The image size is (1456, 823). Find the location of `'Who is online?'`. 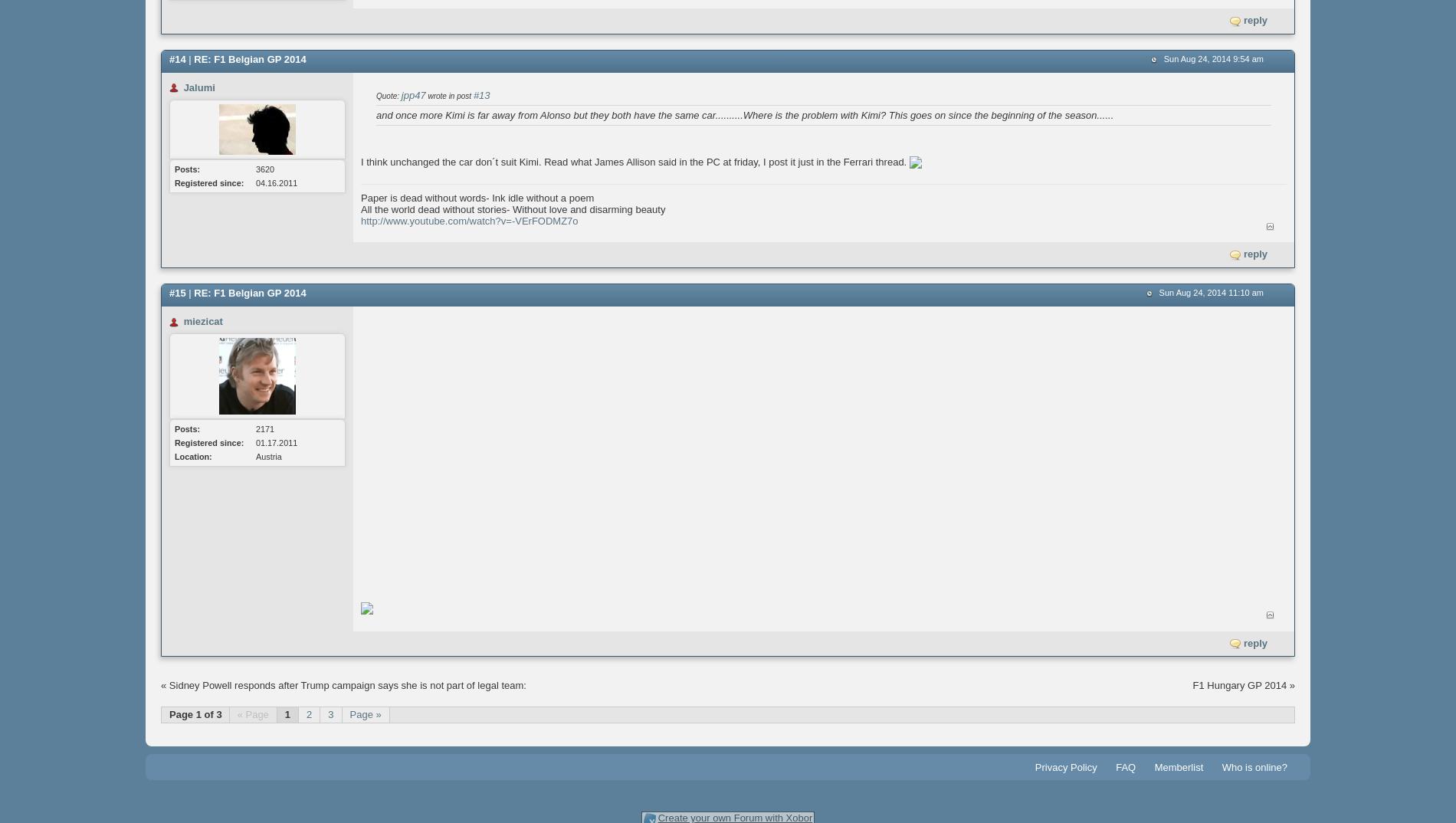

'Who is online?' is located at coordinates (1221, 766).